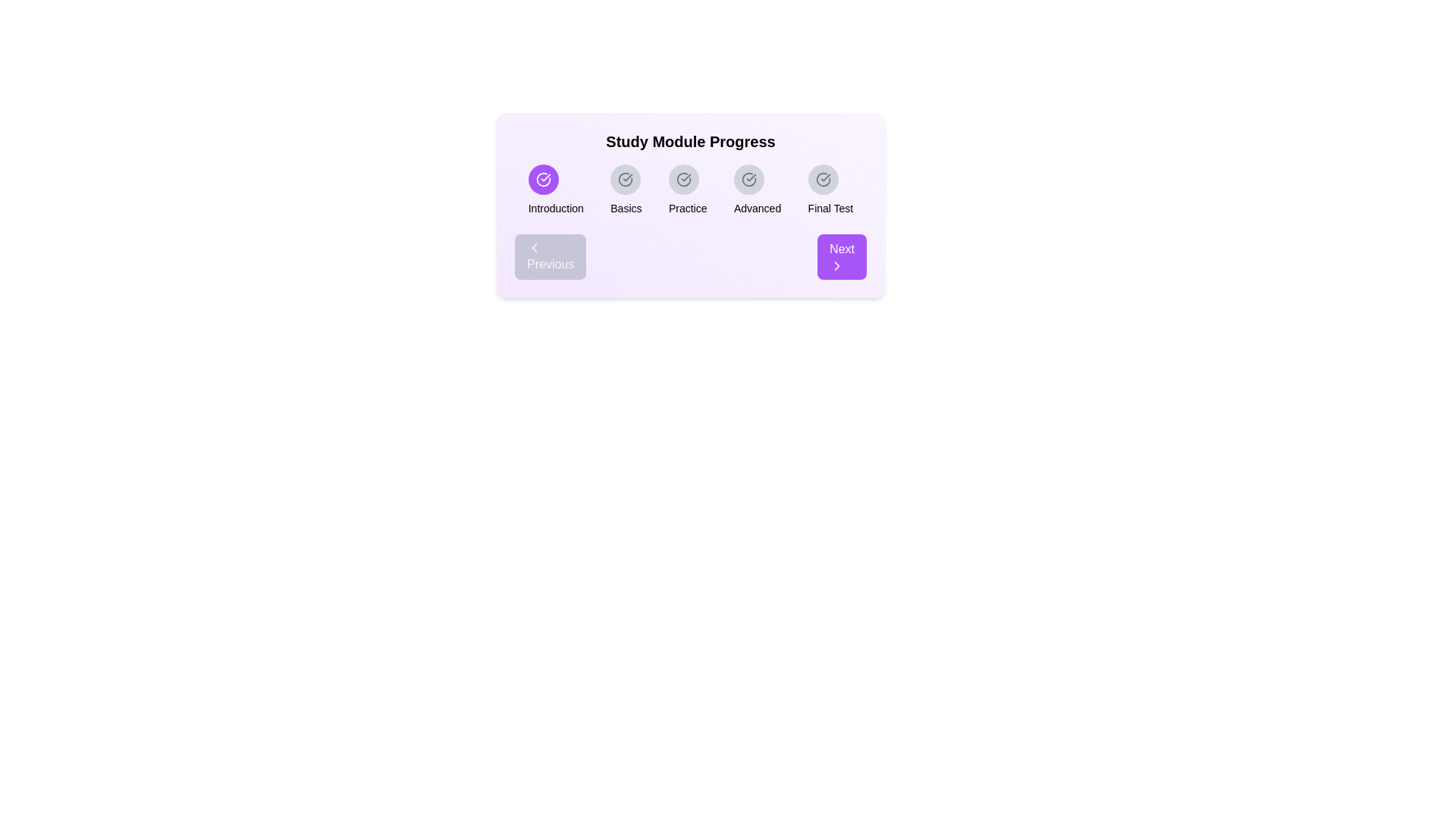  Describe the element at coordinates (687, 208) in the screenshot. I see `text label that identifies the section in the progress tracker, which is the third item in a horizontal series of text labels, positioned under its corresponding circular icon` at that location.